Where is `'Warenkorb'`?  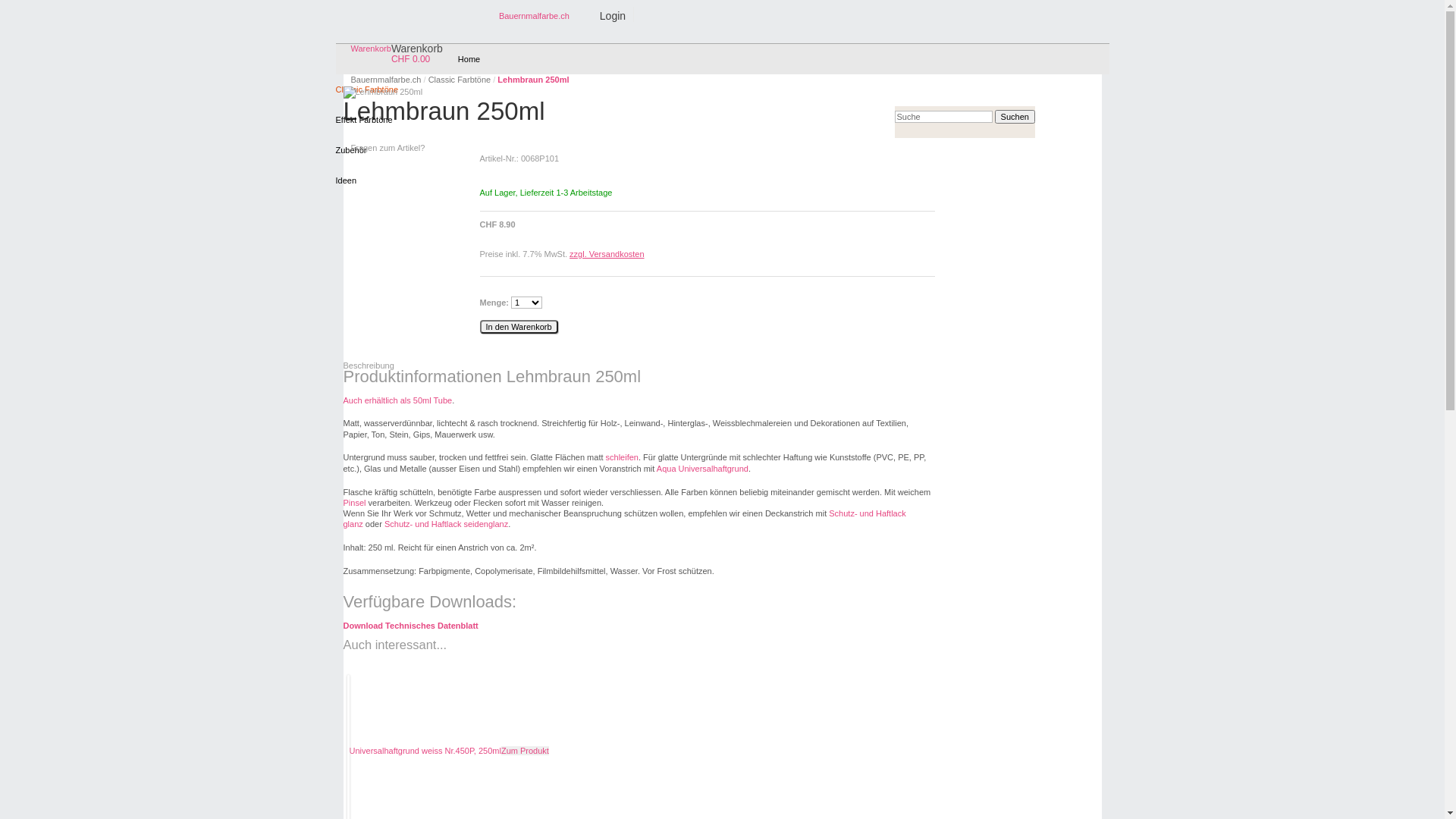 'Warenkorb' is located at coordinates (417, 48).